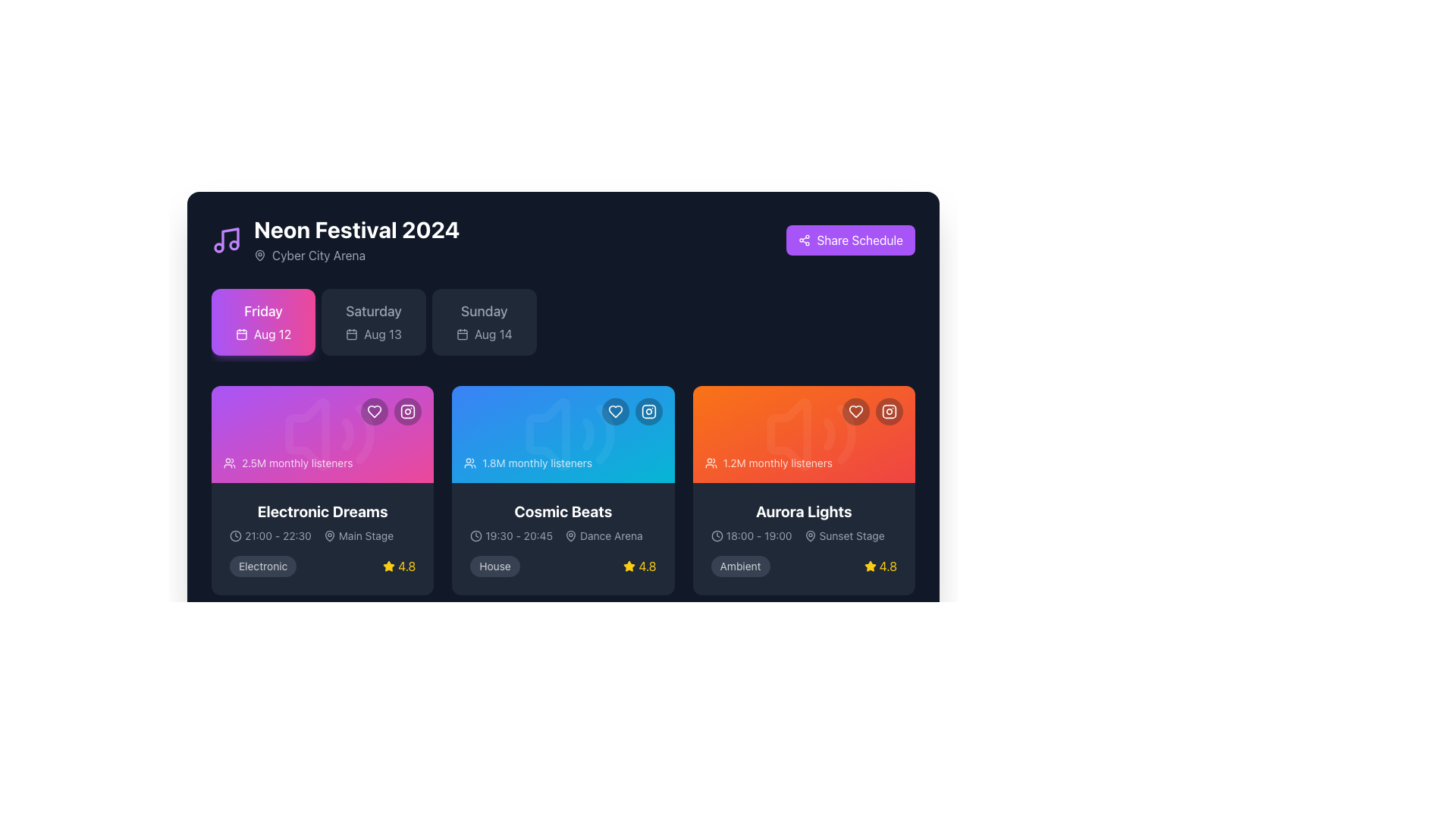 This screenshot has width=1456, height=819. What do you see at coordinates (483, 321) in the screenshot?
I see `the button that allows users to select or view details for the date Sunday, August 14` at bounding box center [483, 321].